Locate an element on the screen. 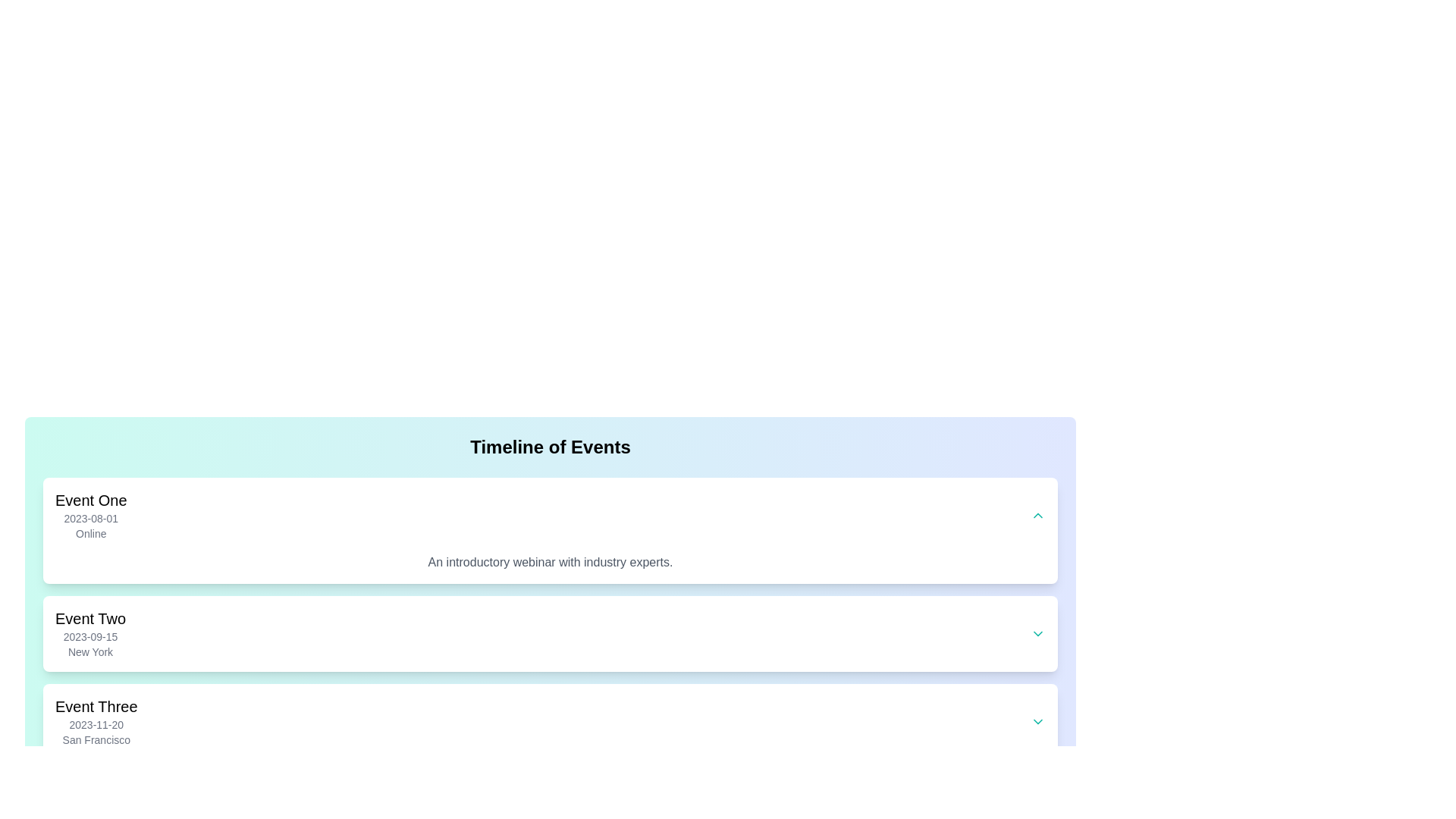 This screenshot has width=1456, height=819. the text element that contains 'New York', styled with a small font size and light gray color, located in the lower left section of the event card under 'Event Two' and '2023-09-15' is located at coordinates (89, 651).